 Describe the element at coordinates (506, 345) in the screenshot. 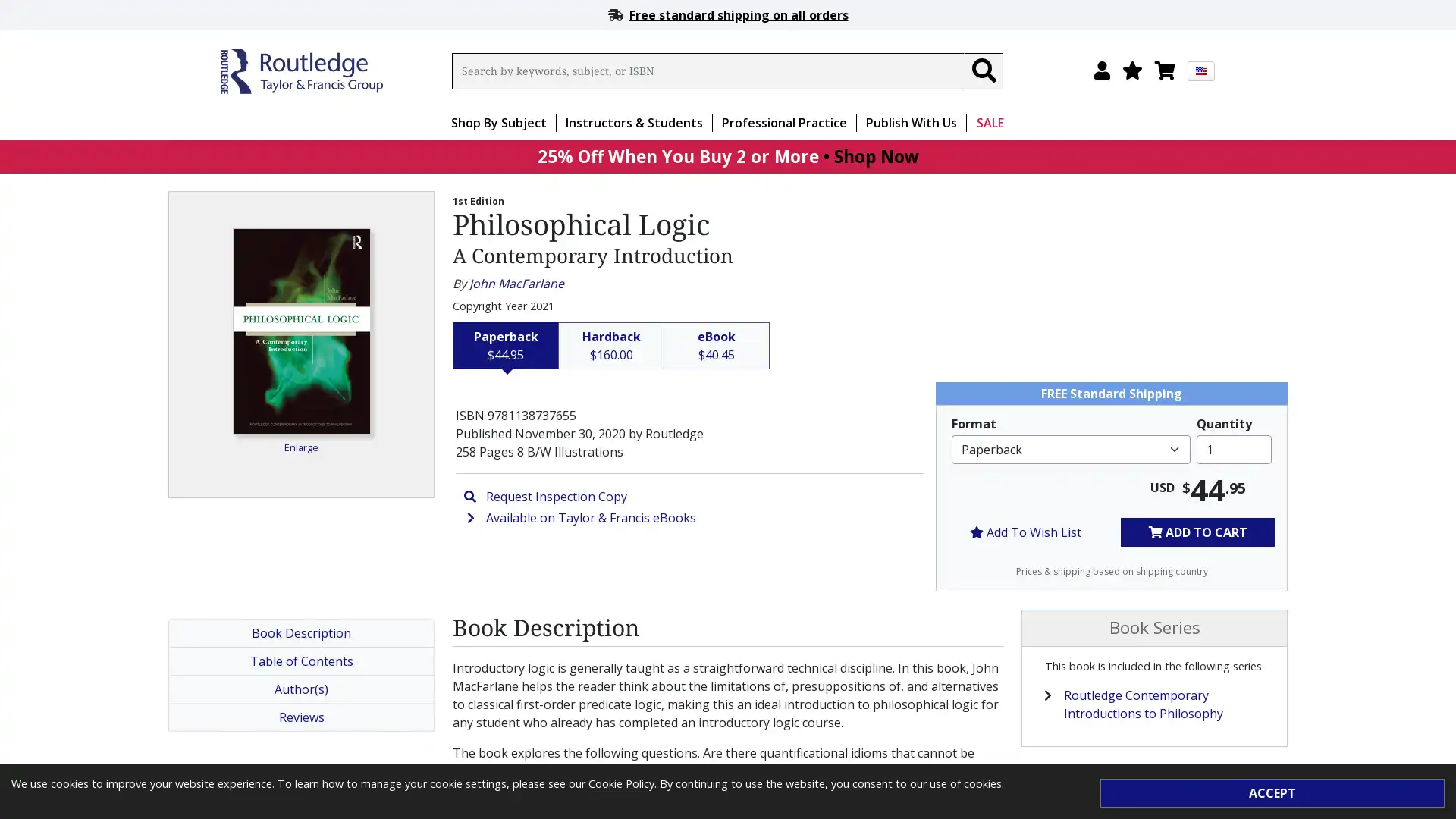

I see `Paperback $44.95` at that location.